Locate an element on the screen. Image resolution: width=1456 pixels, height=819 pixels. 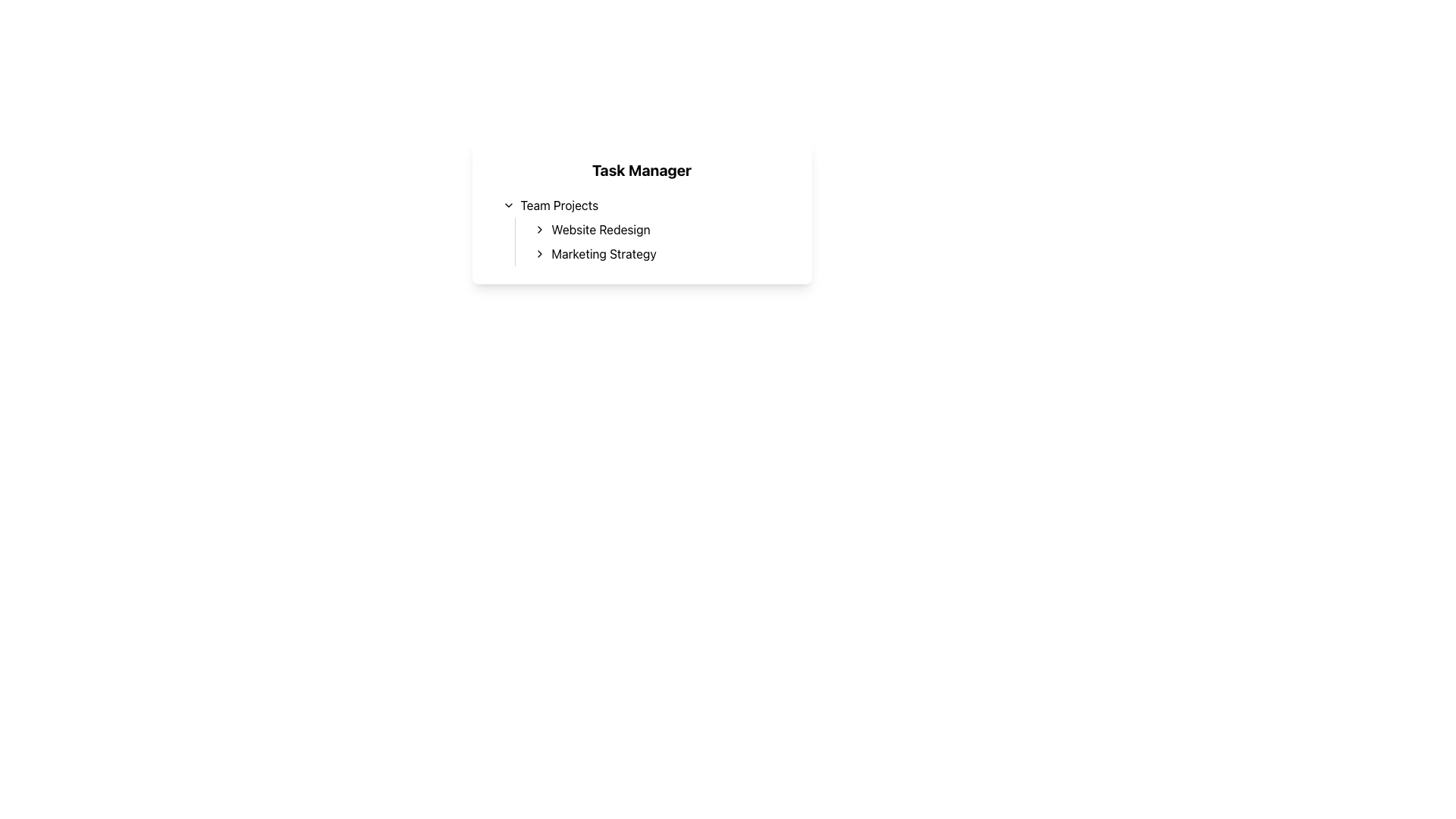
the rightward-pointing chevron icon that indicates navigation or expansion next to the text 'Website Redesign' is located at coordinates (539, 230).